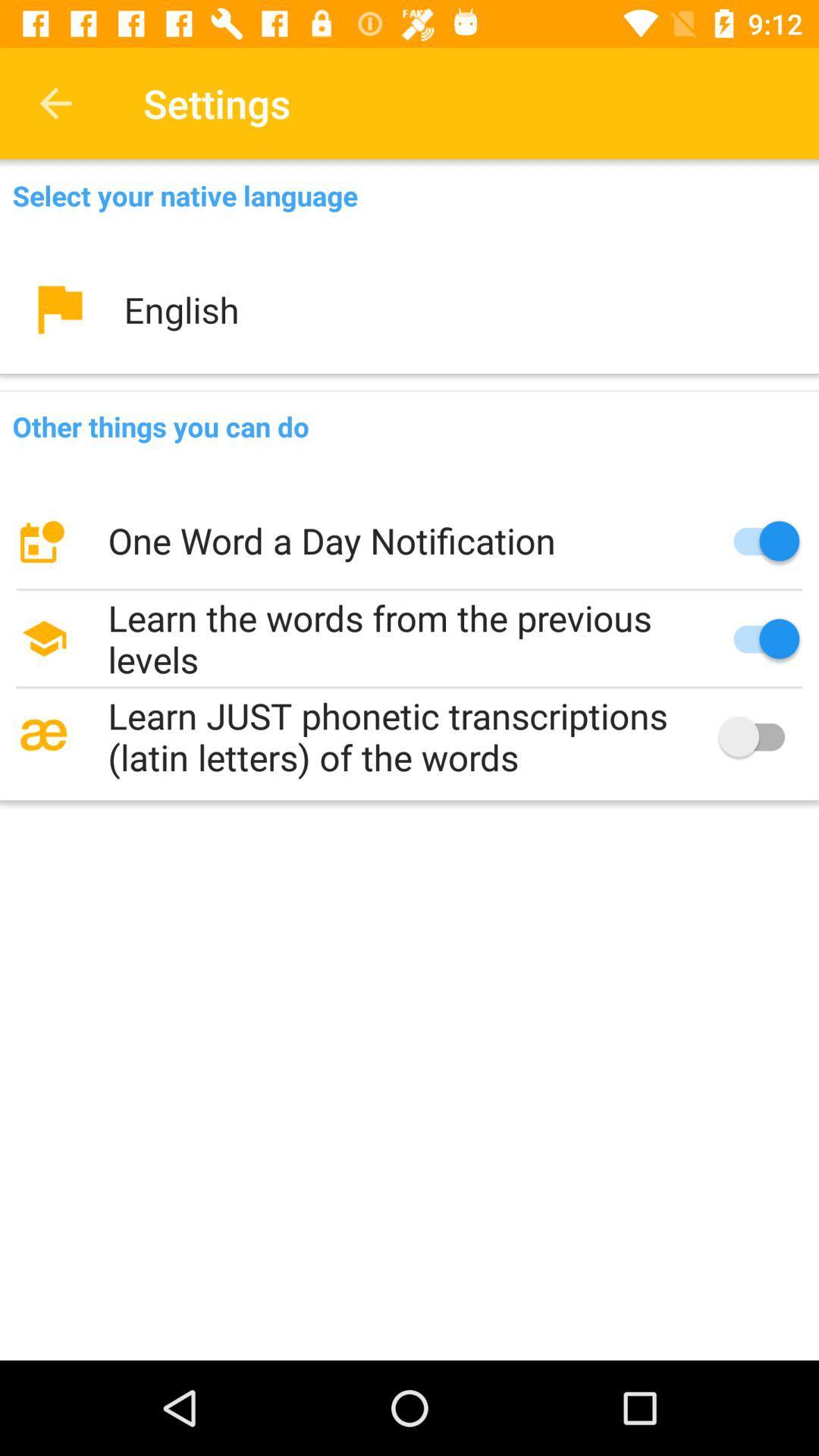  What do you see at coordinates (55, 102) in the screenshot?
I see `item to the left of the settings item` at bounding box center [55, 102].